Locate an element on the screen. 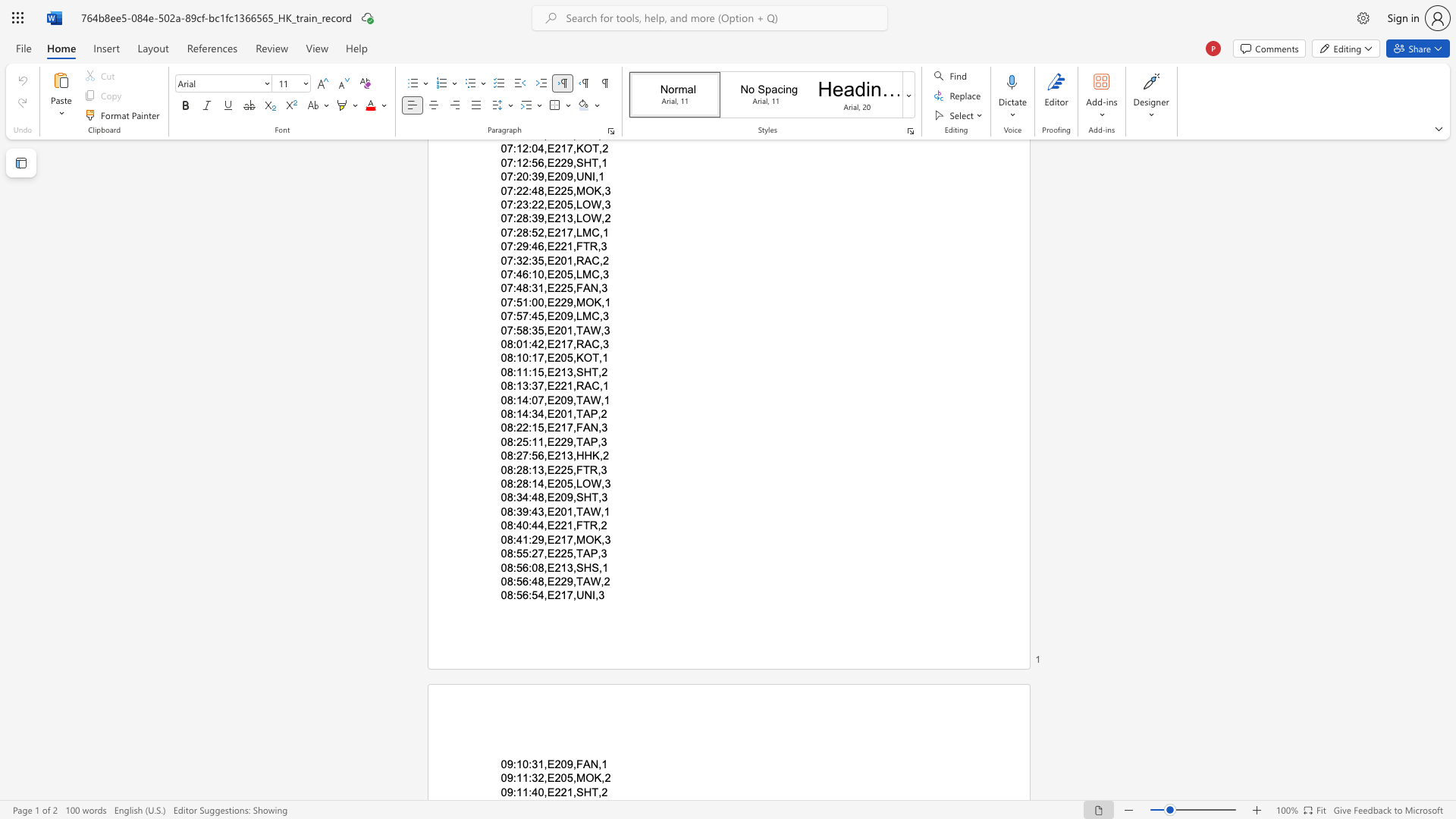 The height and width of the screenshot is (819, 1456). the subset text "08:56:08,E213,SHS" within the text "08:56:08,E213,SHS,1" is located at coordinates (500, 567).